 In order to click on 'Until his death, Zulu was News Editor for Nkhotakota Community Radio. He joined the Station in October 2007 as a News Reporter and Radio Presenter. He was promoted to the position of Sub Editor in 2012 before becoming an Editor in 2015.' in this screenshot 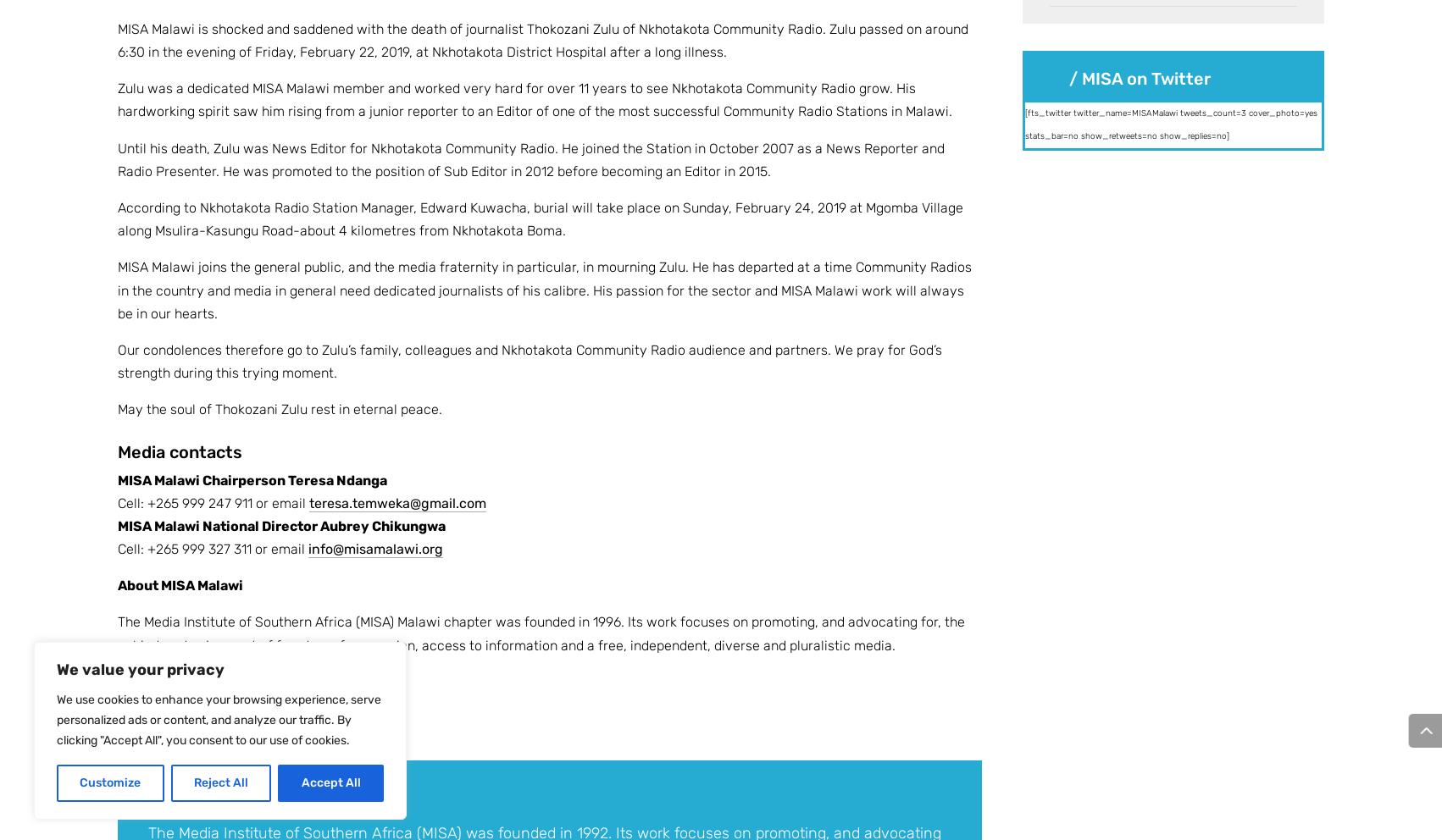, I will do `click(531, 157)`.